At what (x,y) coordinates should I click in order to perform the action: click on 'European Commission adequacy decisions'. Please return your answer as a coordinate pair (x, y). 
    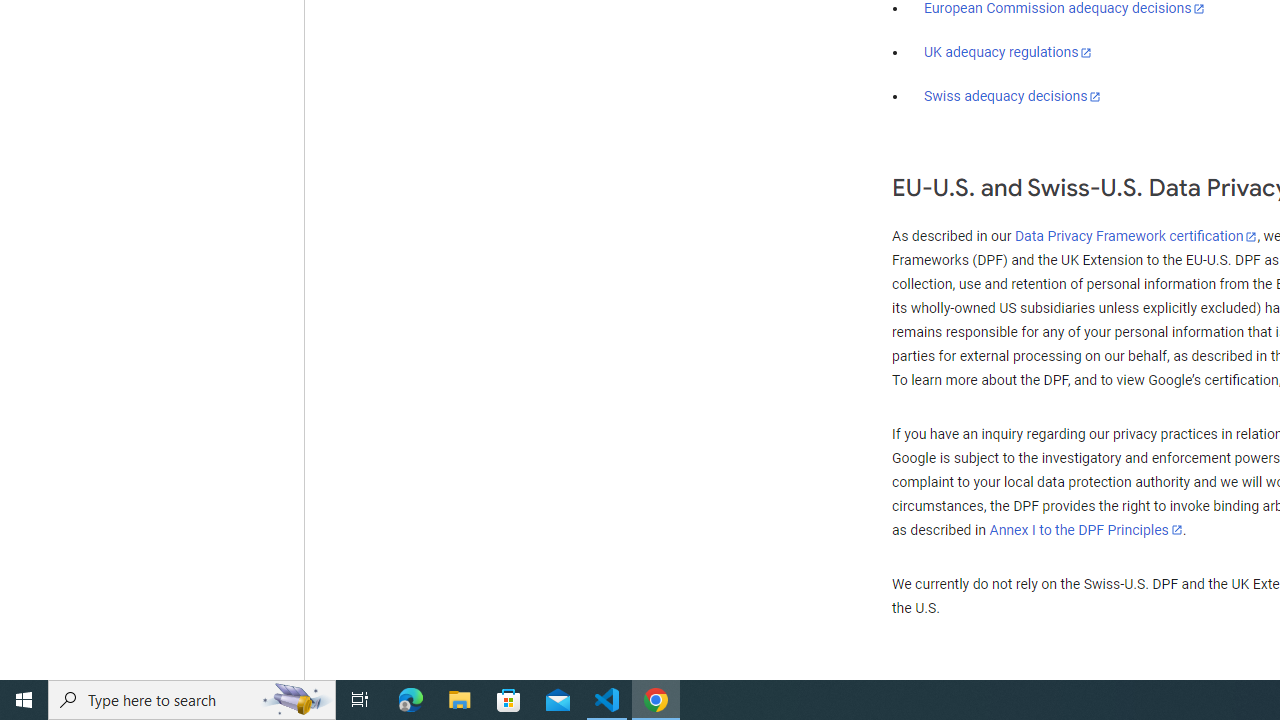
    Looking at the image, I should click on (1063, 9).